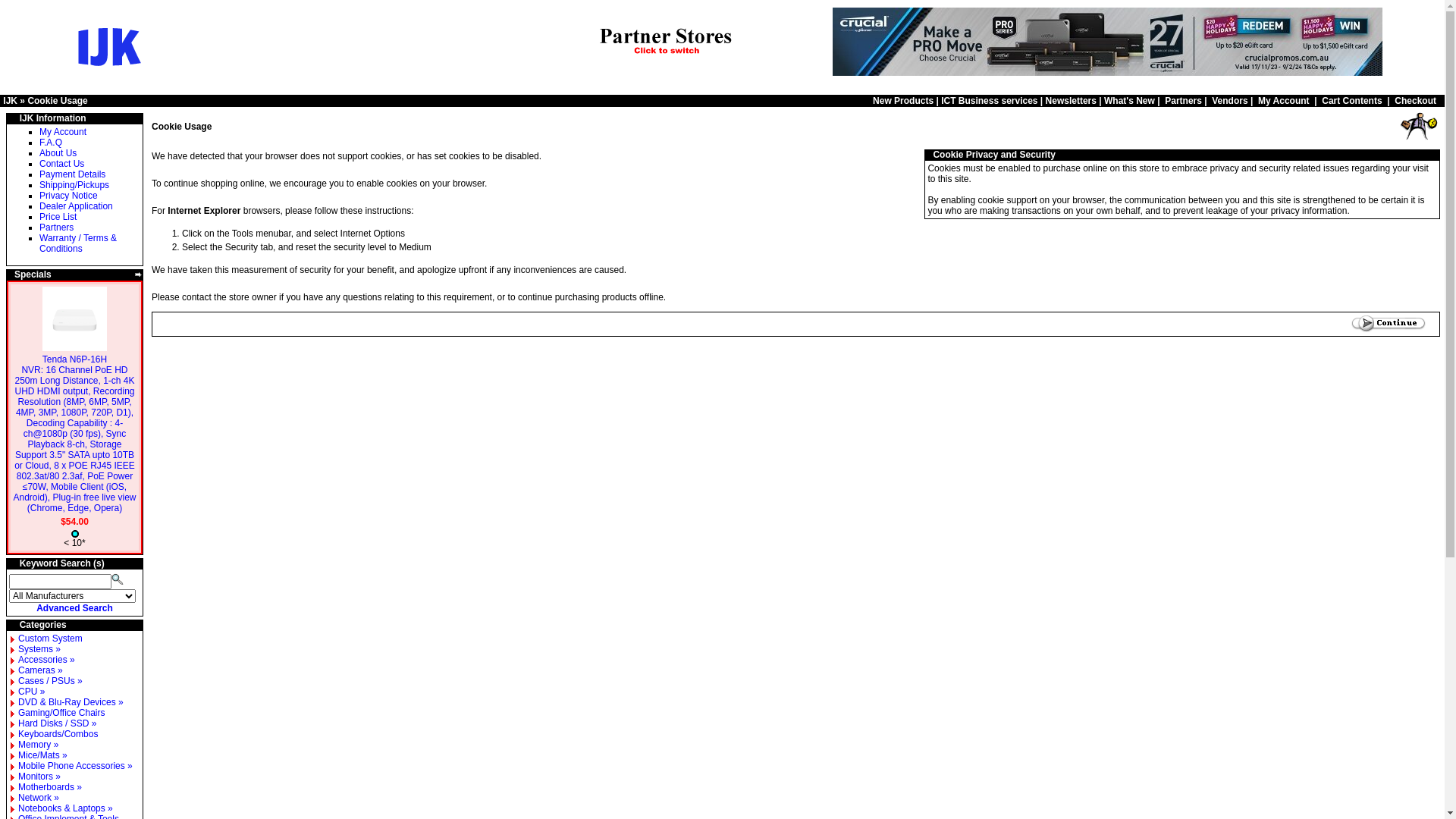 This screenshot has width=1456, height=819. What do you see at coordinates (1414, 100) in the screenshot?
I see `'Checkout'` at bounding box center [1414, 100].